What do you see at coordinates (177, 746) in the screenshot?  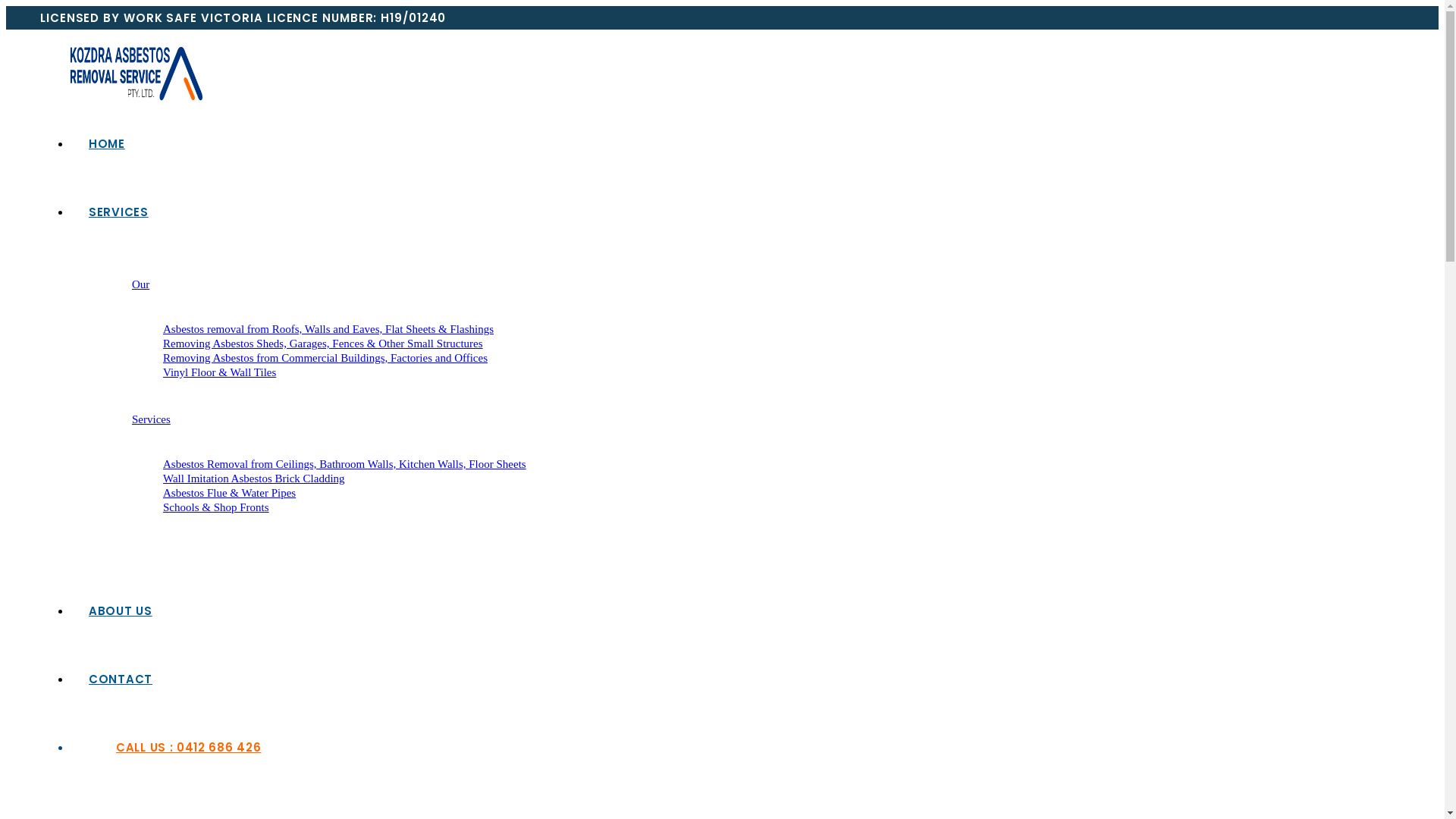 I see `'CALL US : 0412 686 426'` at bounding box center [177, 746].